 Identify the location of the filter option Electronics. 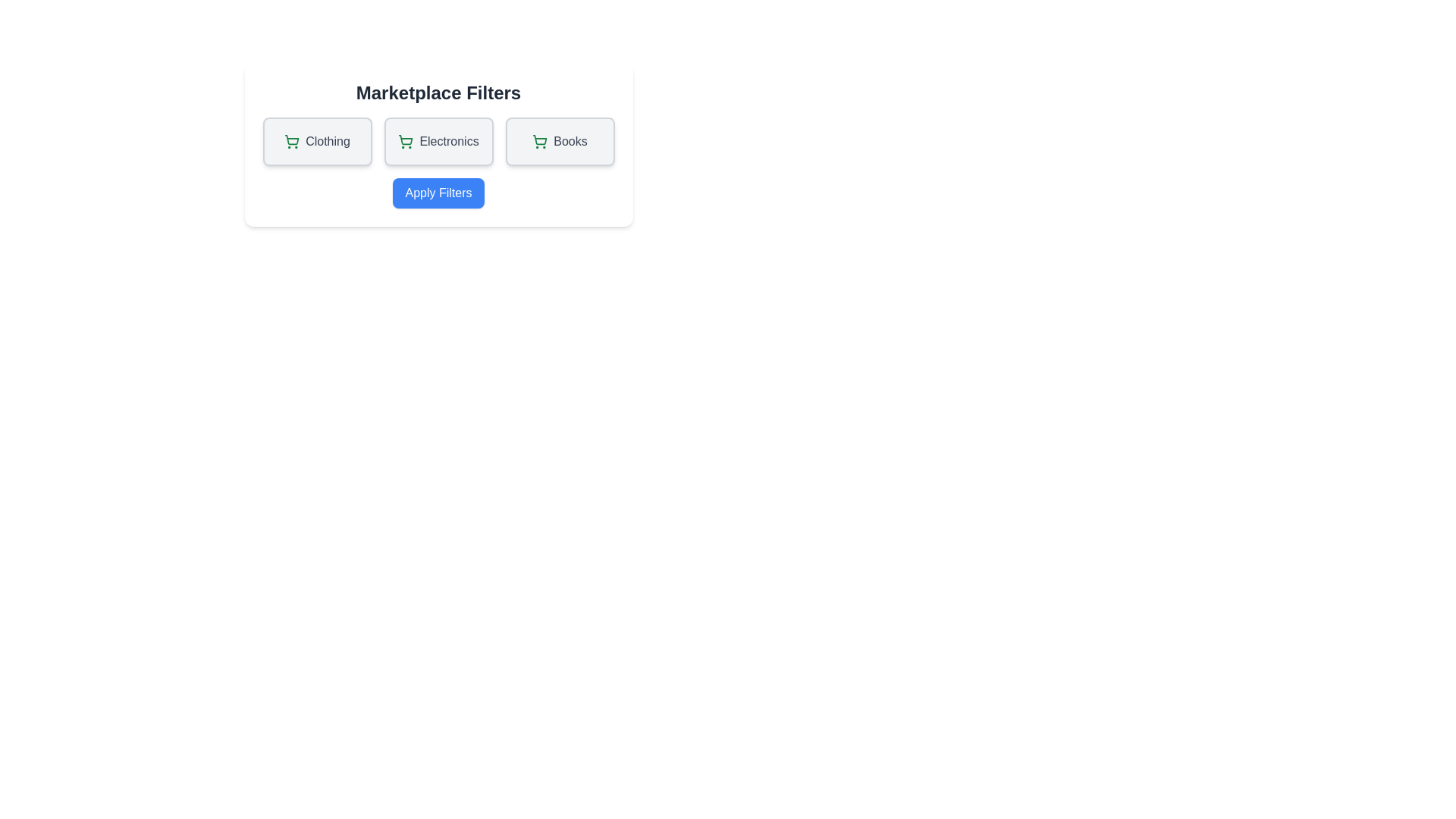
(438, 141).